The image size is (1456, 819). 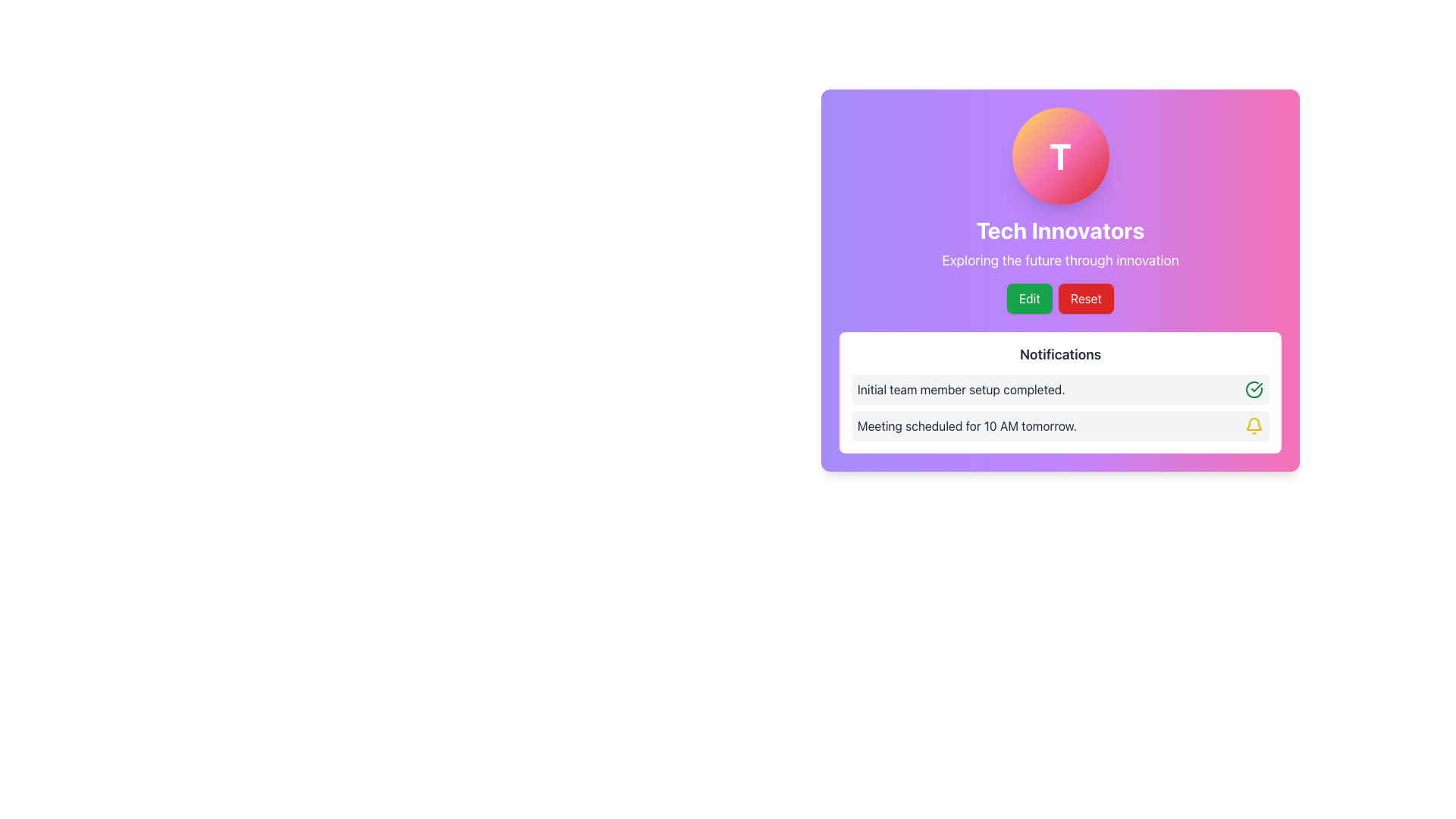 I want to click on the 'Reset' button, which is a rectangular button with a red background and white text, located below the 'Tech Innovators' title and adjacent to a green 'Edit' button, so click(x=1085, y=298).